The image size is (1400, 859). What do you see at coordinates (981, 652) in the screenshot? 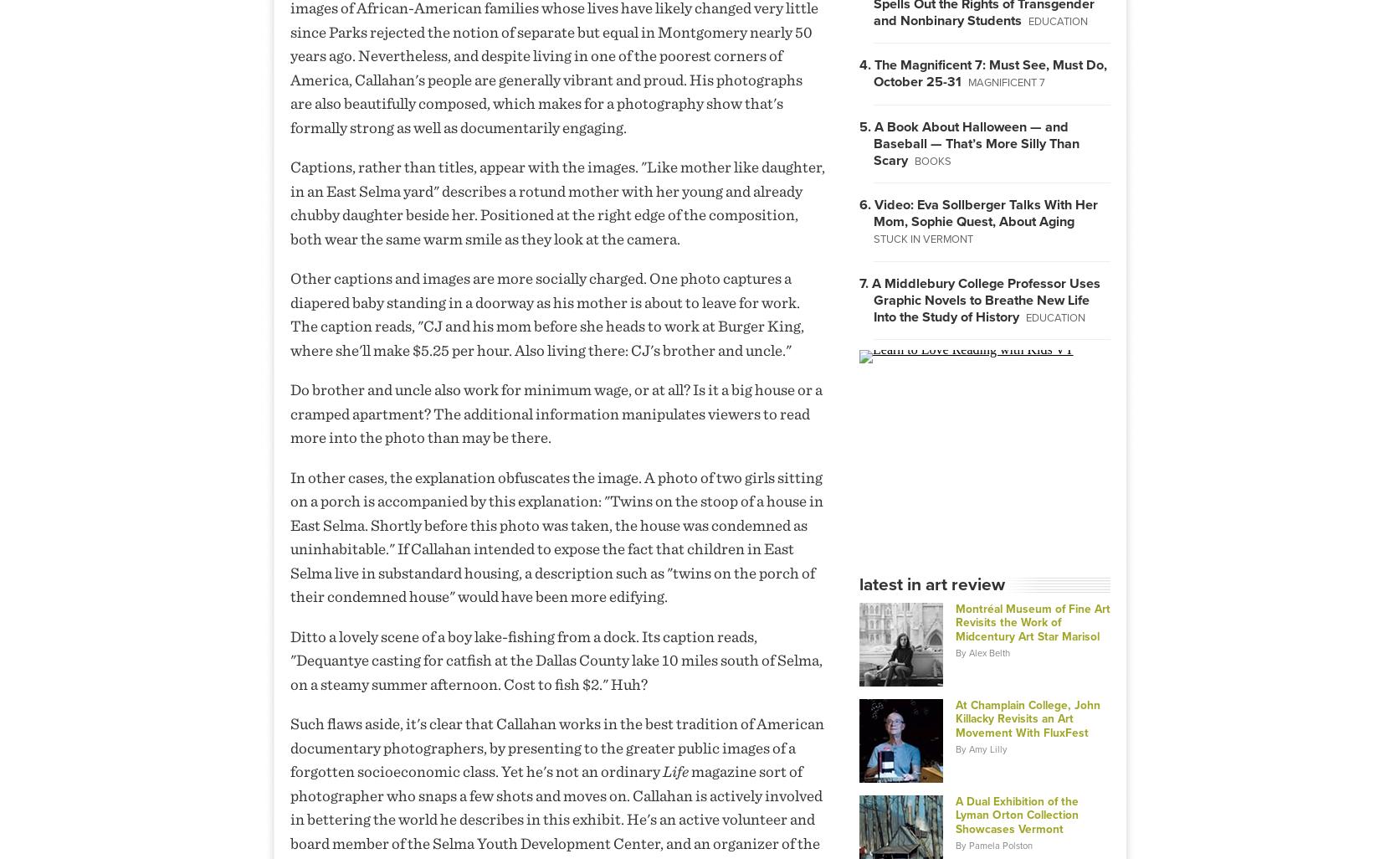
I see `'By Alex Belth'` at bounding box center [981, 652].